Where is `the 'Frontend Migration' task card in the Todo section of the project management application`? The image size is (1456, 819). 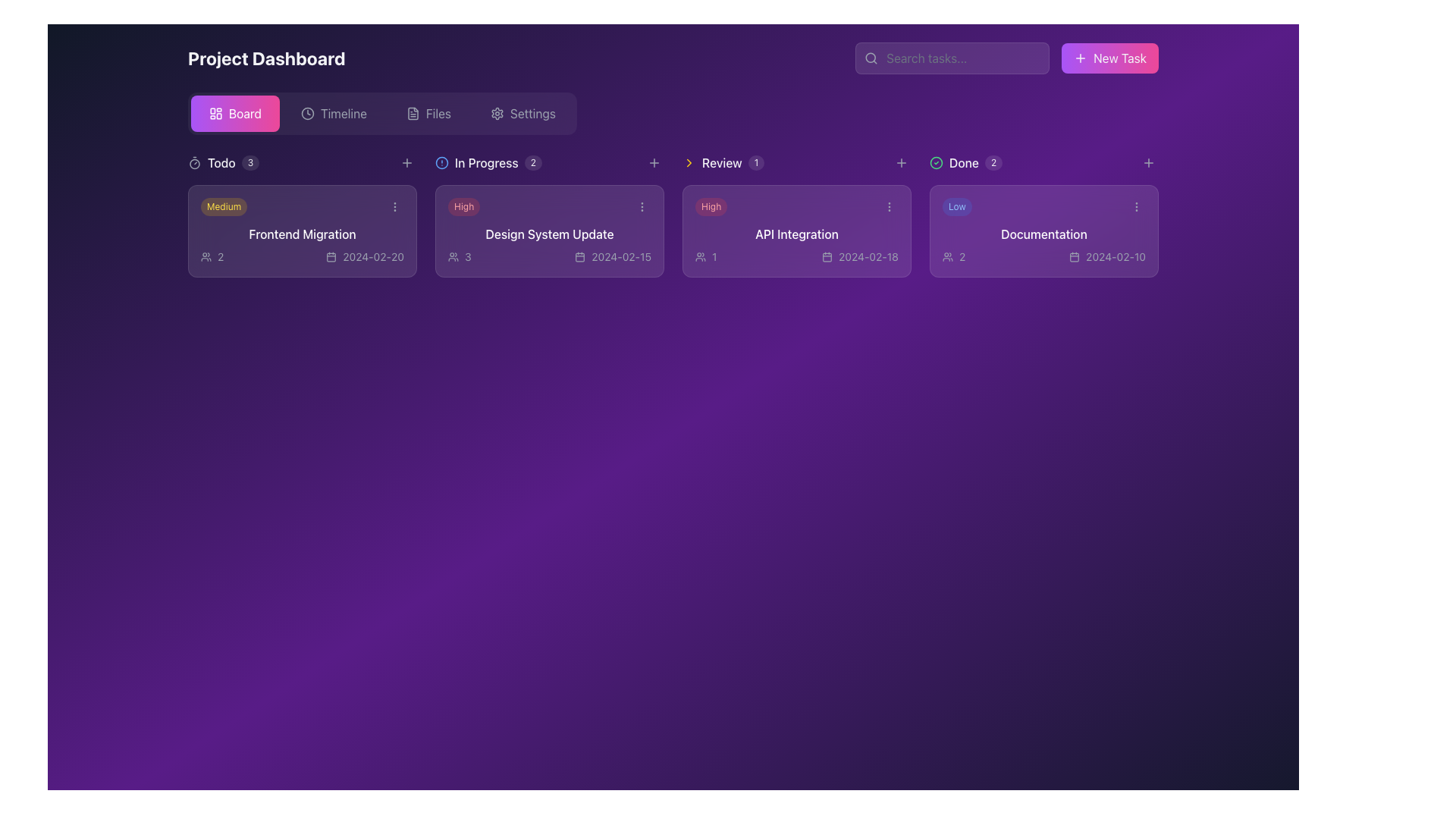
the 'Frontend Migration' task card in the Todo section of the project management application is located at coordinates (302, 231).